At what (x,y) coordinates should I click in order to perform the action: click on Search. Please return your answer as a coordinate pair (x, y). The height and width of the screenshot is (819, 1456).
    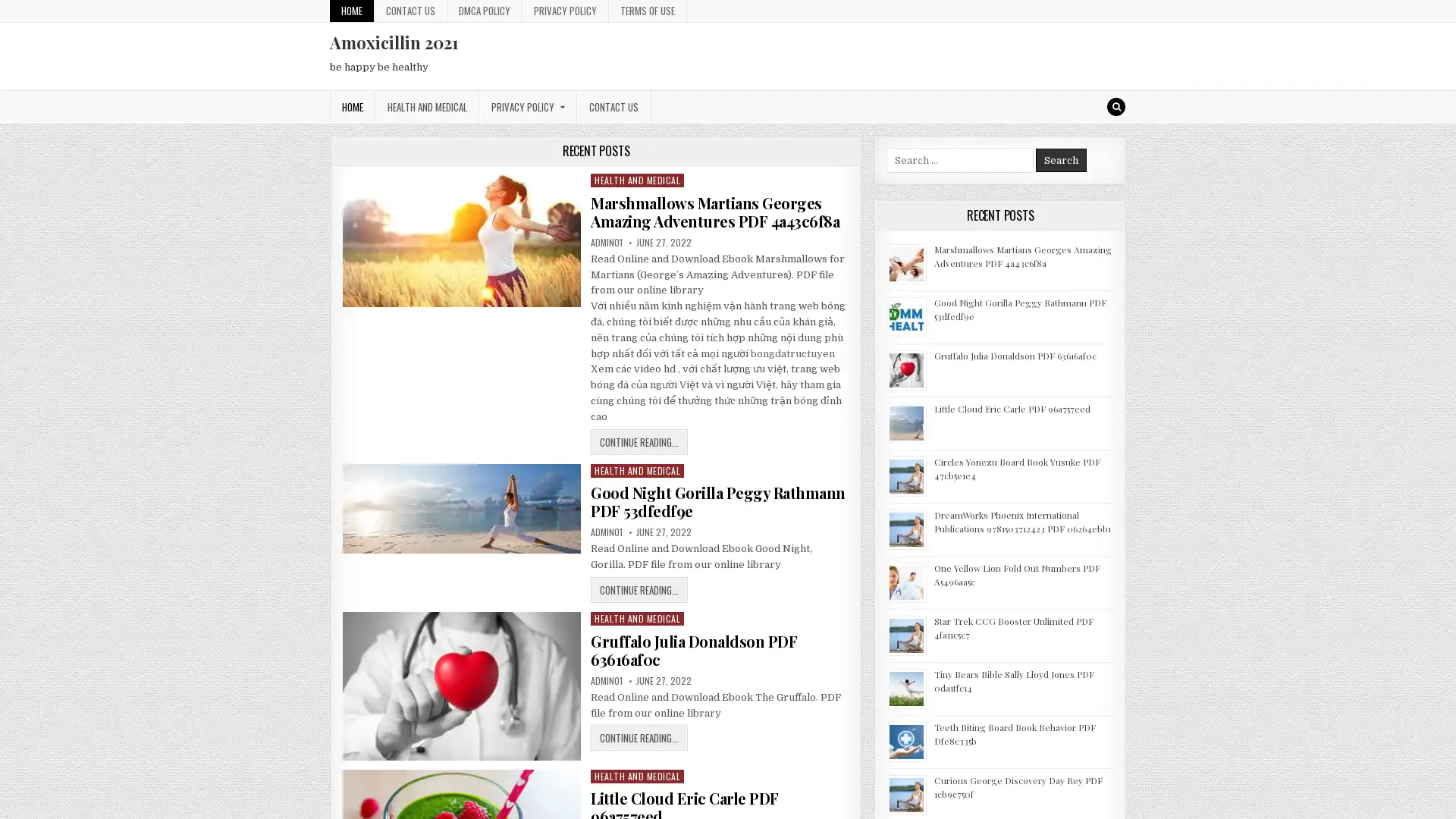
    Looking at the image, I should click on (1060, 160).